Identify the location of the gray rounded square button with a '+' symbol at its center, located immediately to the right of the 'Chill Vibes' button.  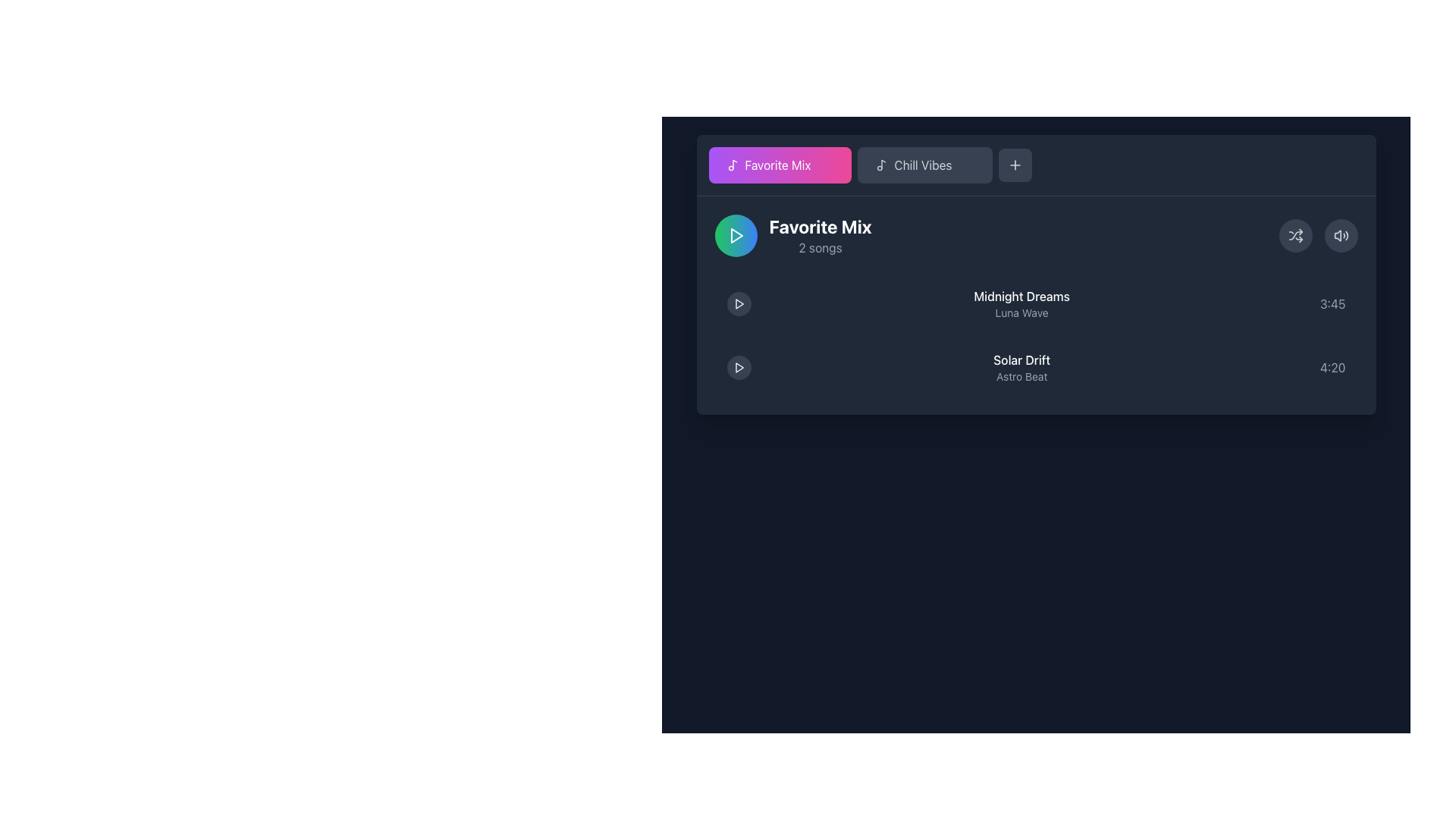
(1015, 165).